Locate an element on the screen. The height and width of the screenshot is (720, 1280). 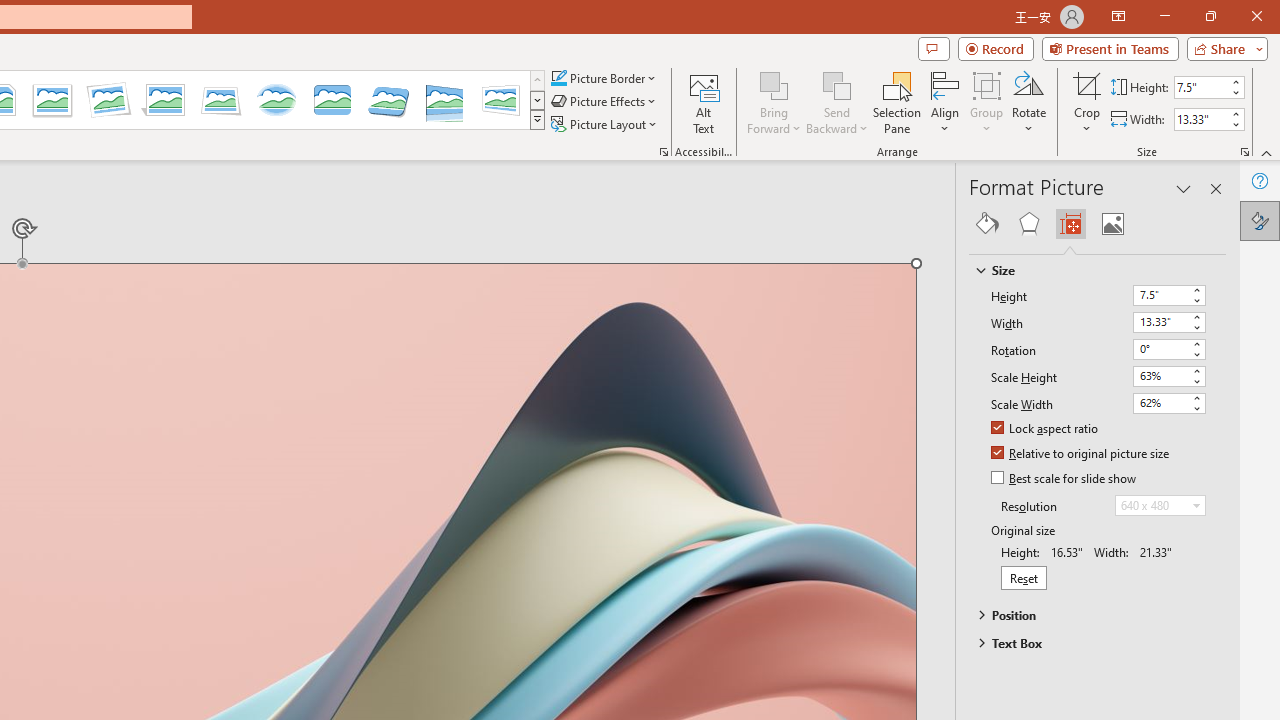
'Rotate' is located at coordinates (1029, 103).